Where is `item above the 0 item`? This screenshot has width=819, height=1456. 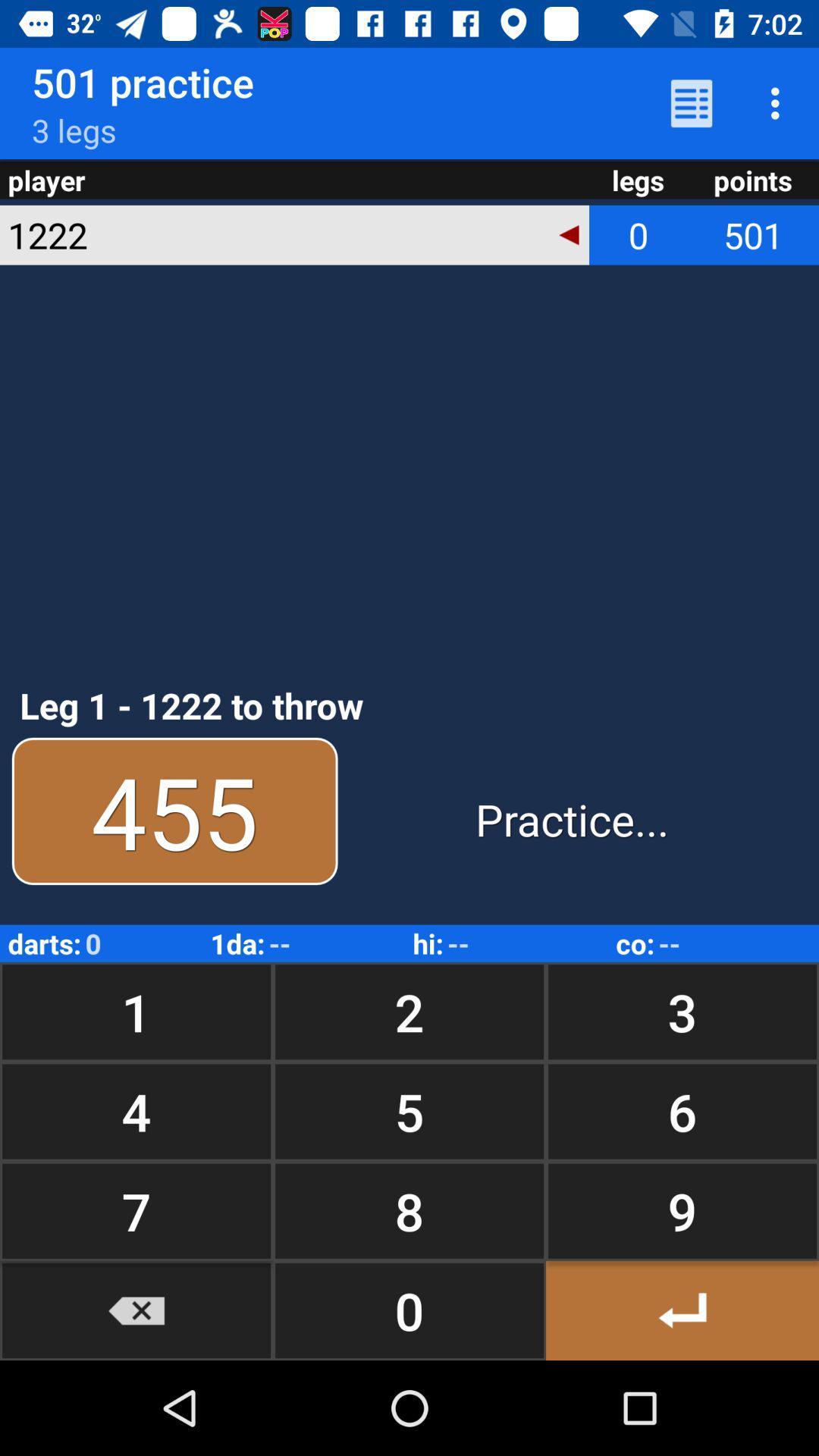
item above the 0 item is located at coordinates (681, 1210).